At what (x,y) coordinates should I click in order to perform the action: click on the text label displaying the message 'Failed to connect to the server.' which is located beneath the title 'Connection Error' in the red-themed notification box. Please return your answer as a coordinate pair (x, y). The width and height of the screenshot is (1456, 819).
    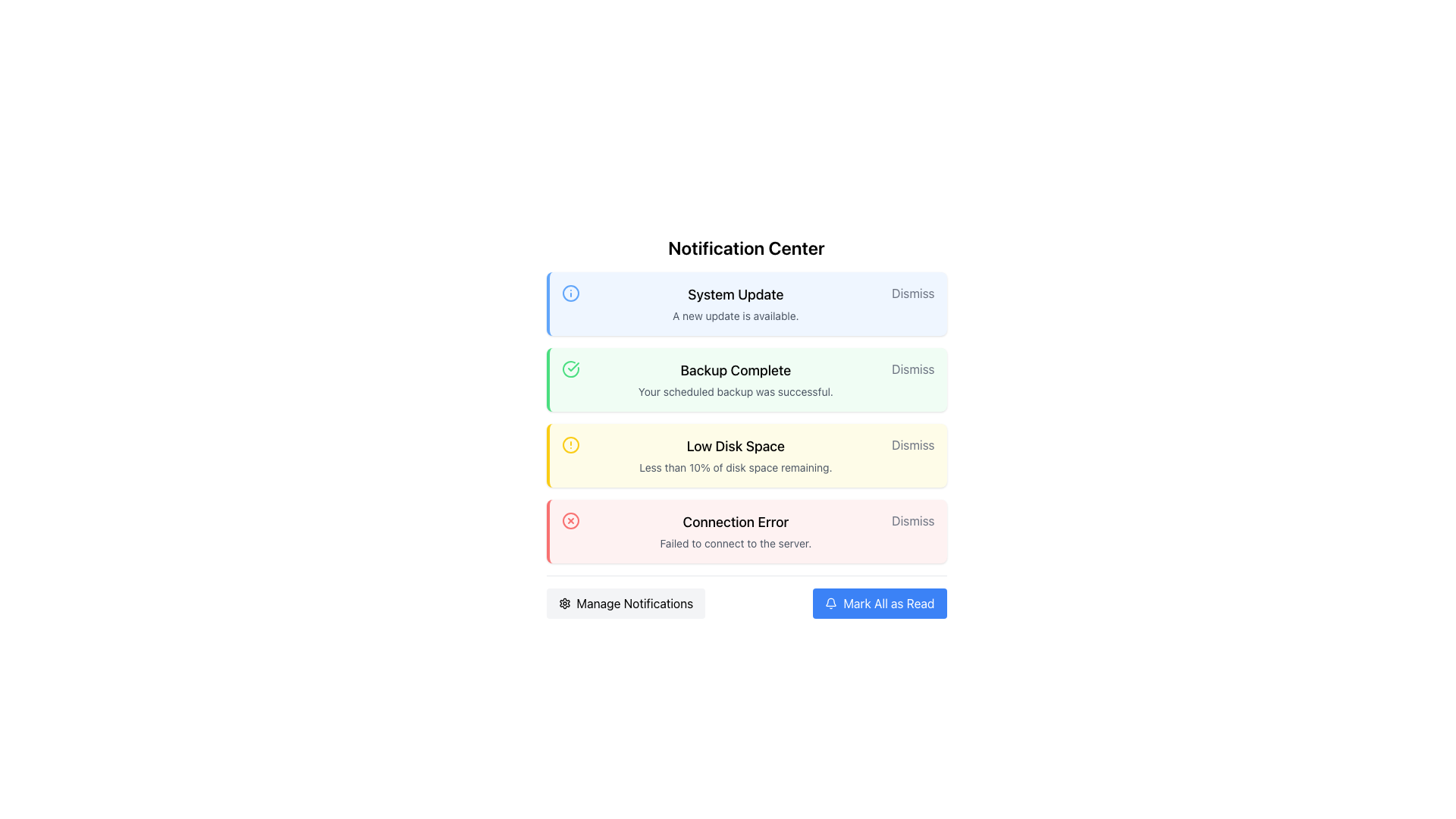
    Looking at the image, I should click on (736, 543).